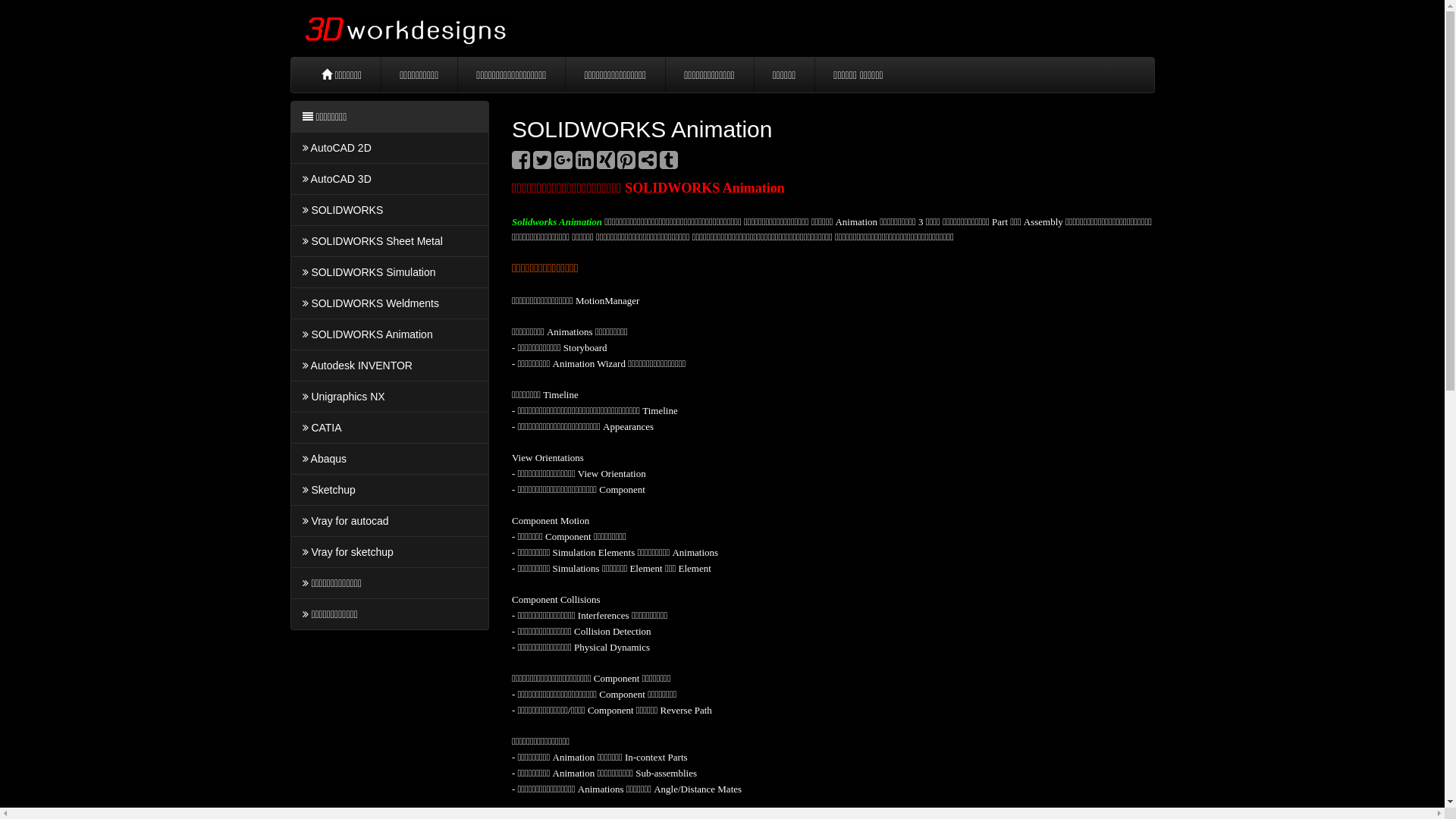 The width and height of the screenshot is (1456, 819). What do you see at coordinates (389, 458) in the screenshot?
I see `'Abaqus'` at bounding box center [389, 458].